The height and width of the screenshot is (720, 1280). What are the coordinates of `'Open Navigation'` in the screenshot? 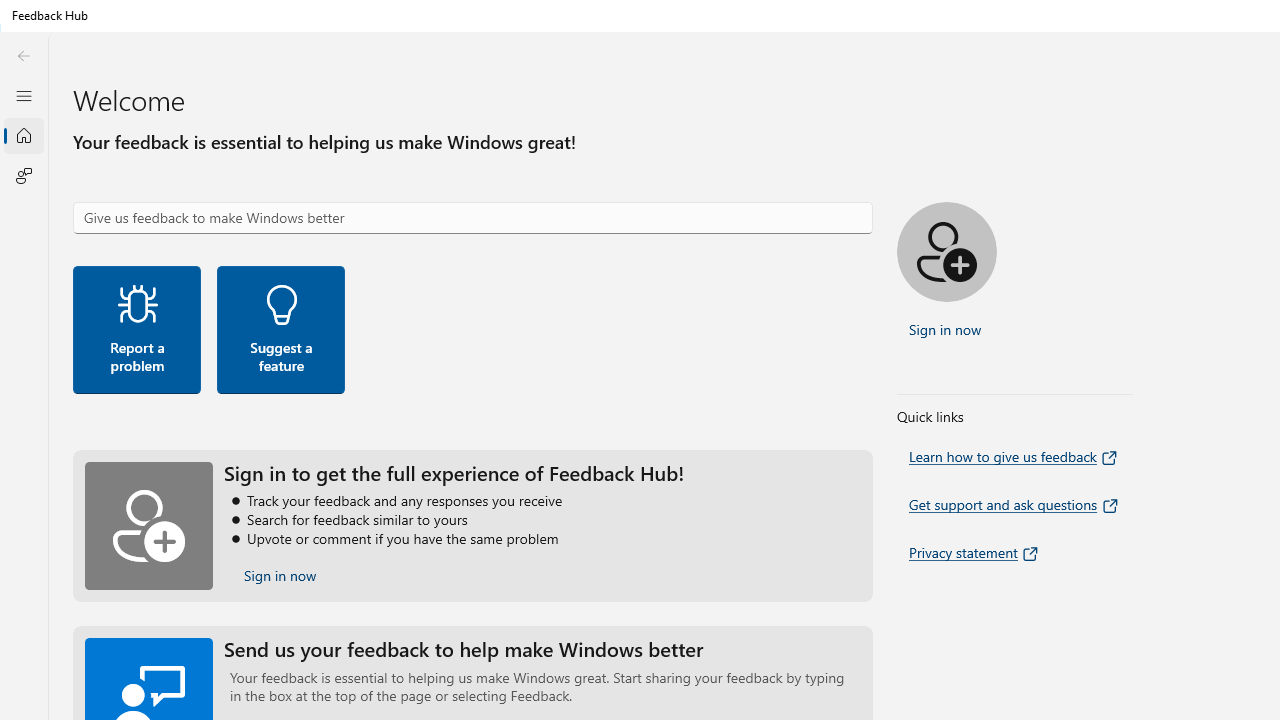 It's located at (23, 95).